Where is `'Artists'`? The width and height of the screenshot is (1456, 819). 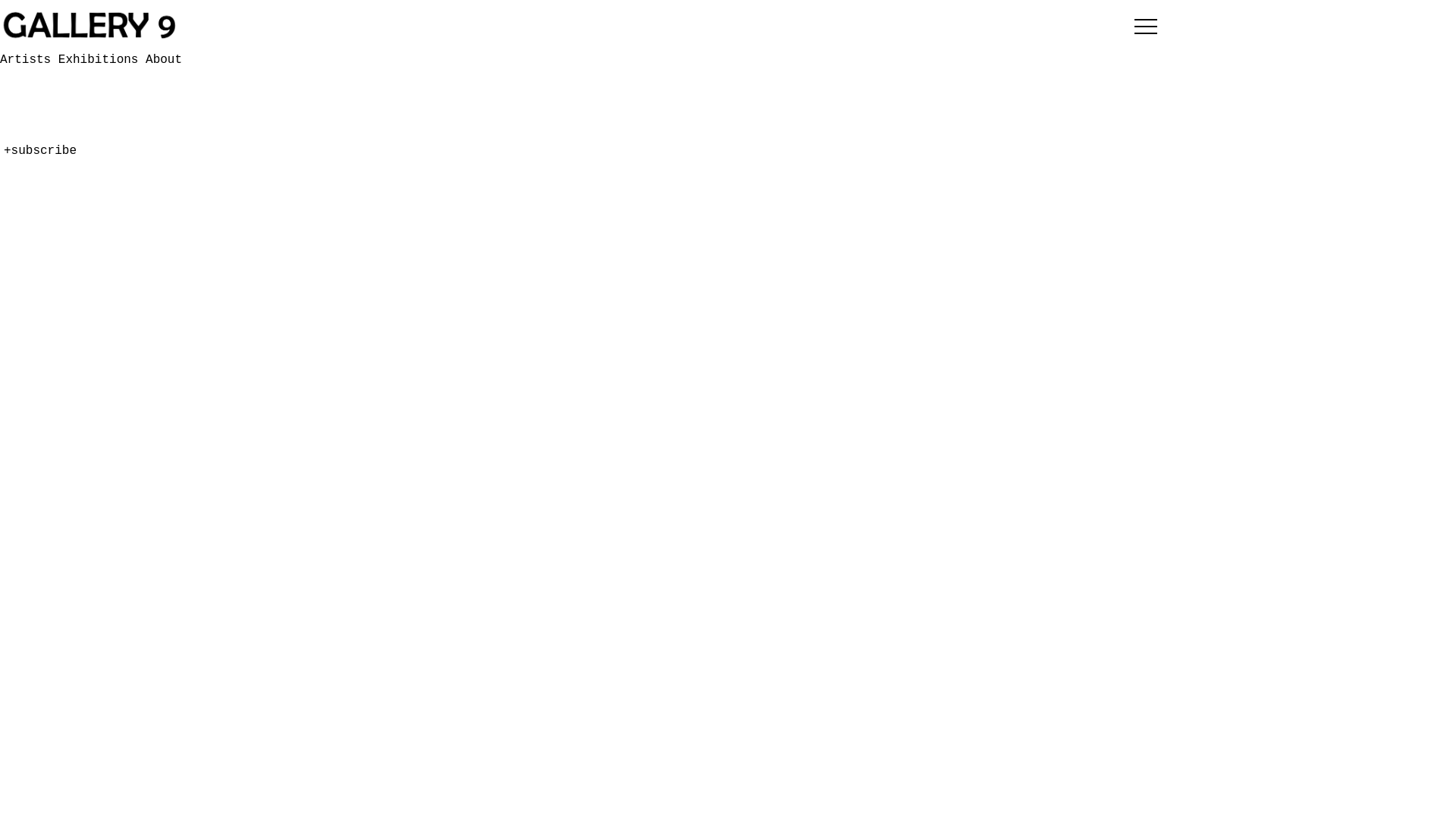
'Artists' is located at coordinates (29, 58).